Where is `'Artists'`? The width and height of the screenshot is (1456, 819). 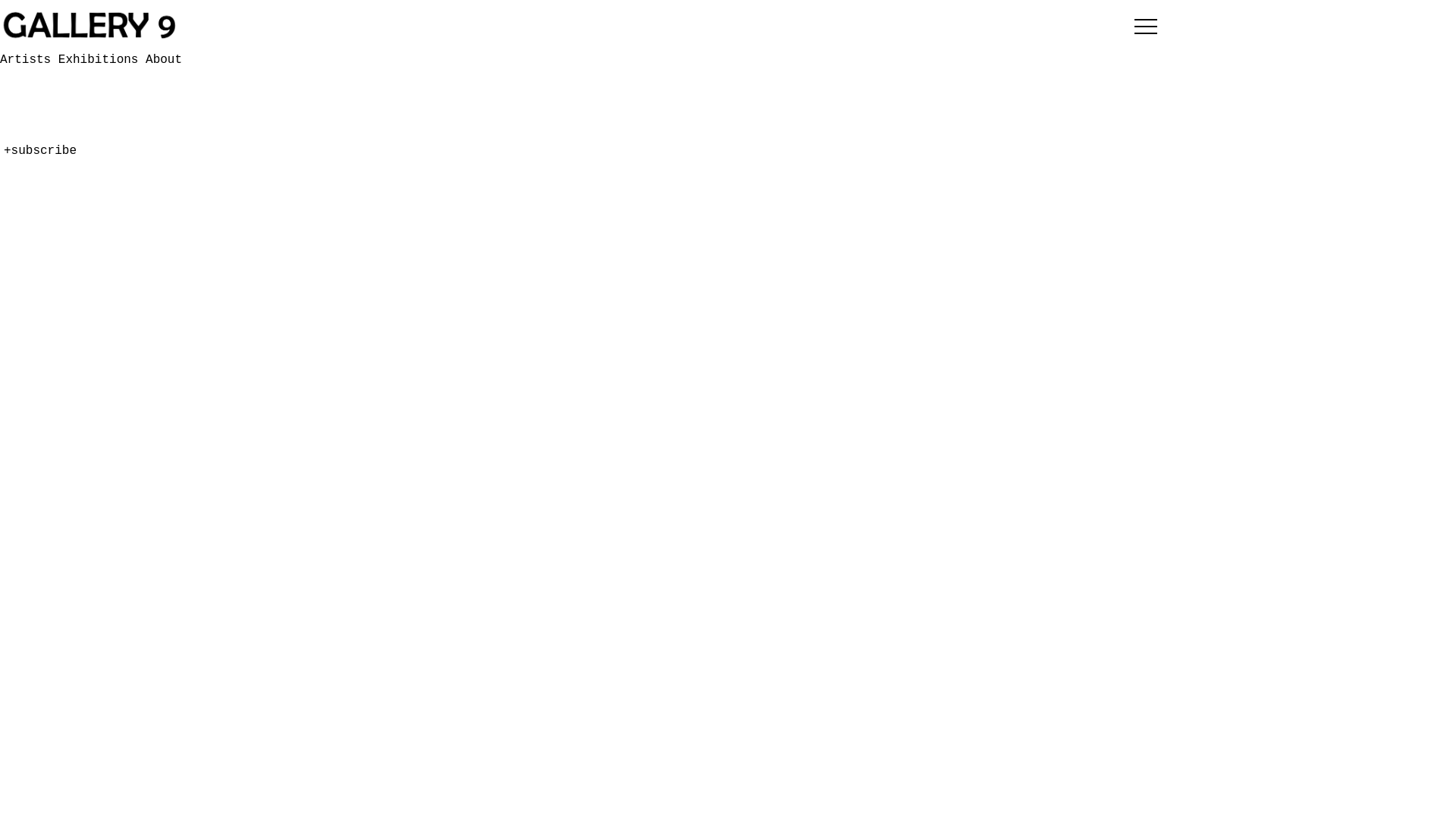
'Artists' is located at coordinates (29, 58).